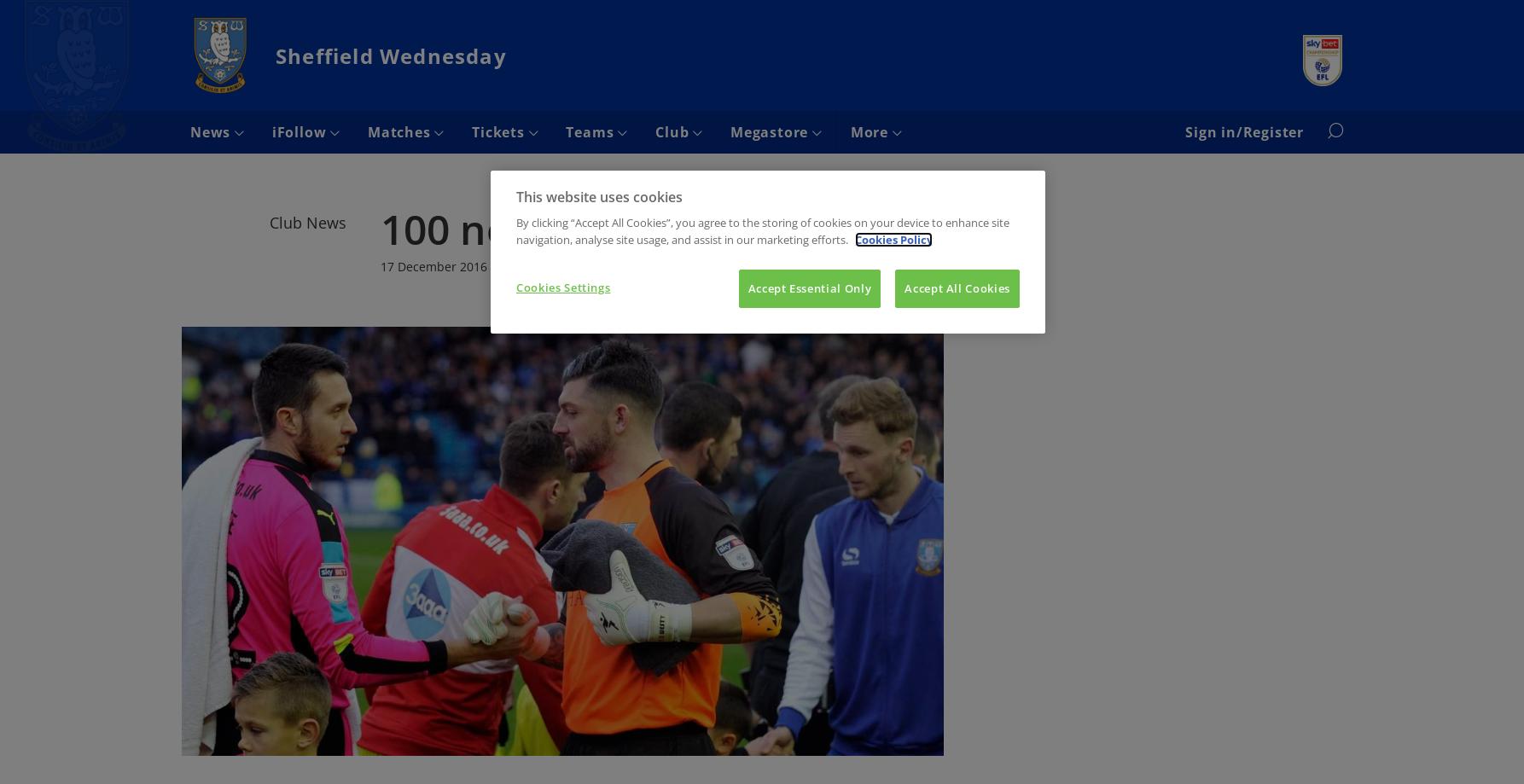  Describe the element at coordinates (400, 131) in the screenshot. I see `'Matches'` at that location.